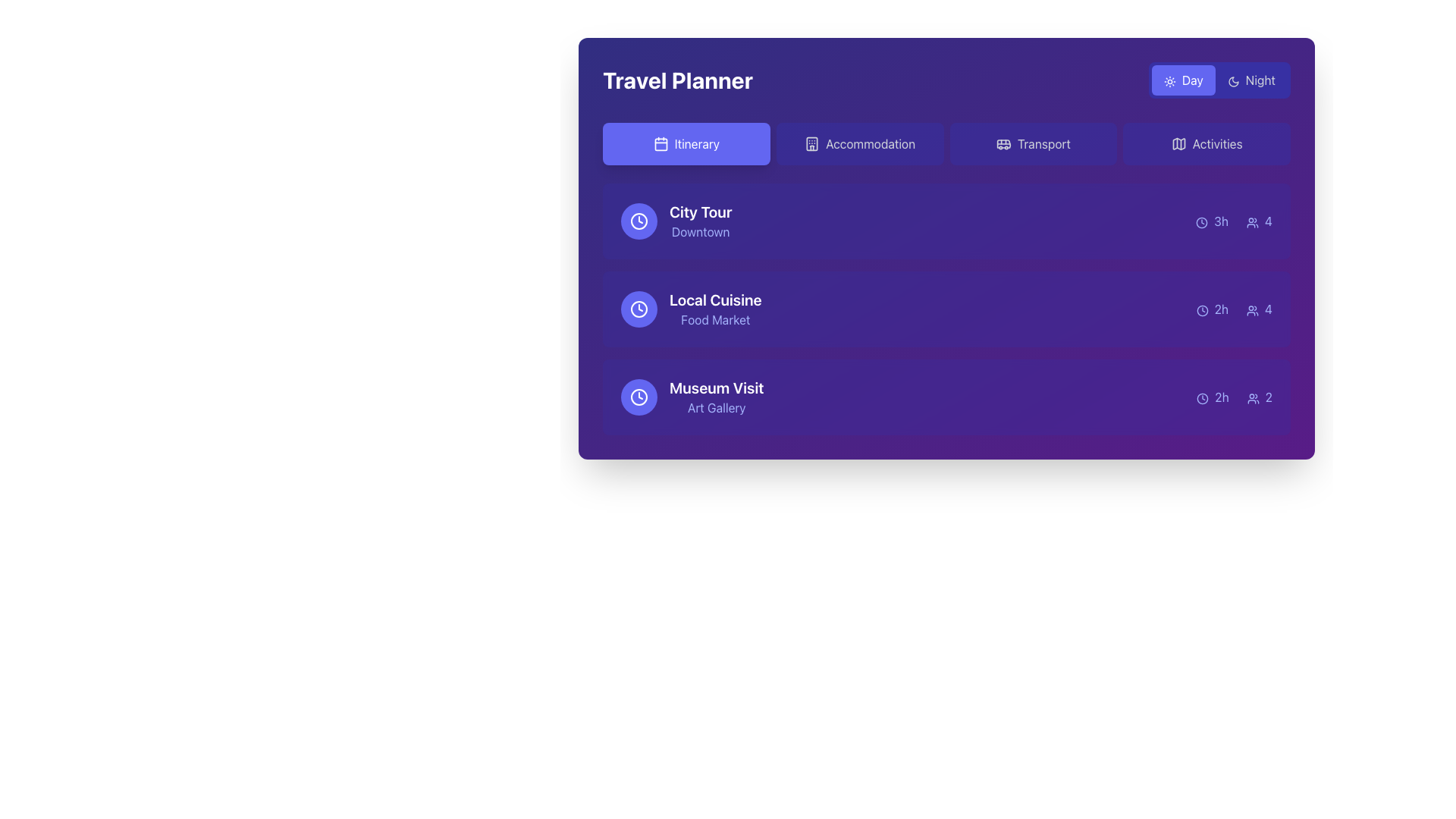 The image size is (1456, 819). What do you see at coordinates (639, 309) in the screenshot?
I see `the decorative circular button with a purple background and a white clock icon, located to the immediate left of the 'Local Cuisine' text in the 'Travel Planner' section` at bounding box center [639, 309].